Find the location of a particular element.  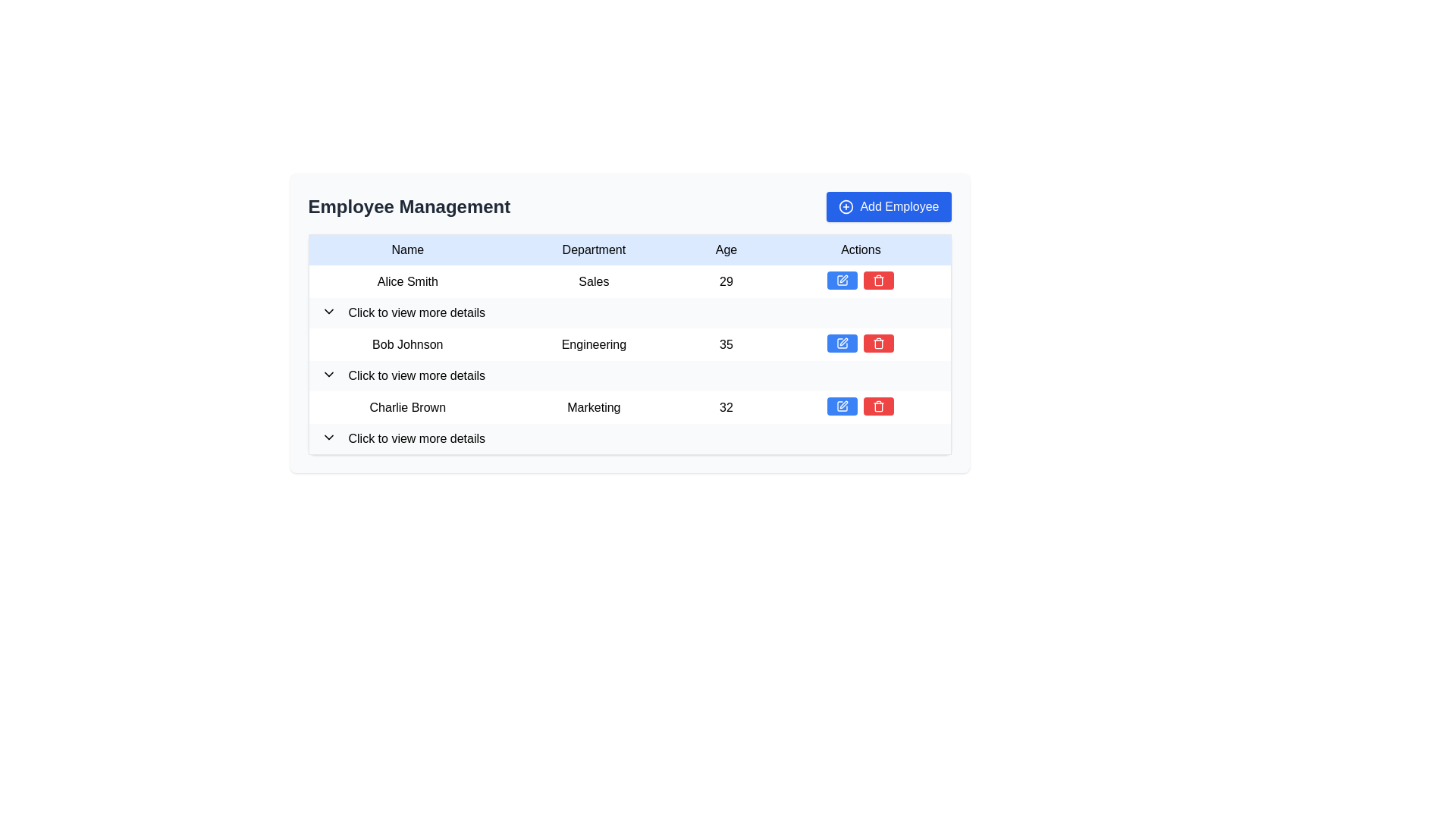

the delete button located in the 'Actions' column of the first row of the employee table is located at coordinates (879, 281).